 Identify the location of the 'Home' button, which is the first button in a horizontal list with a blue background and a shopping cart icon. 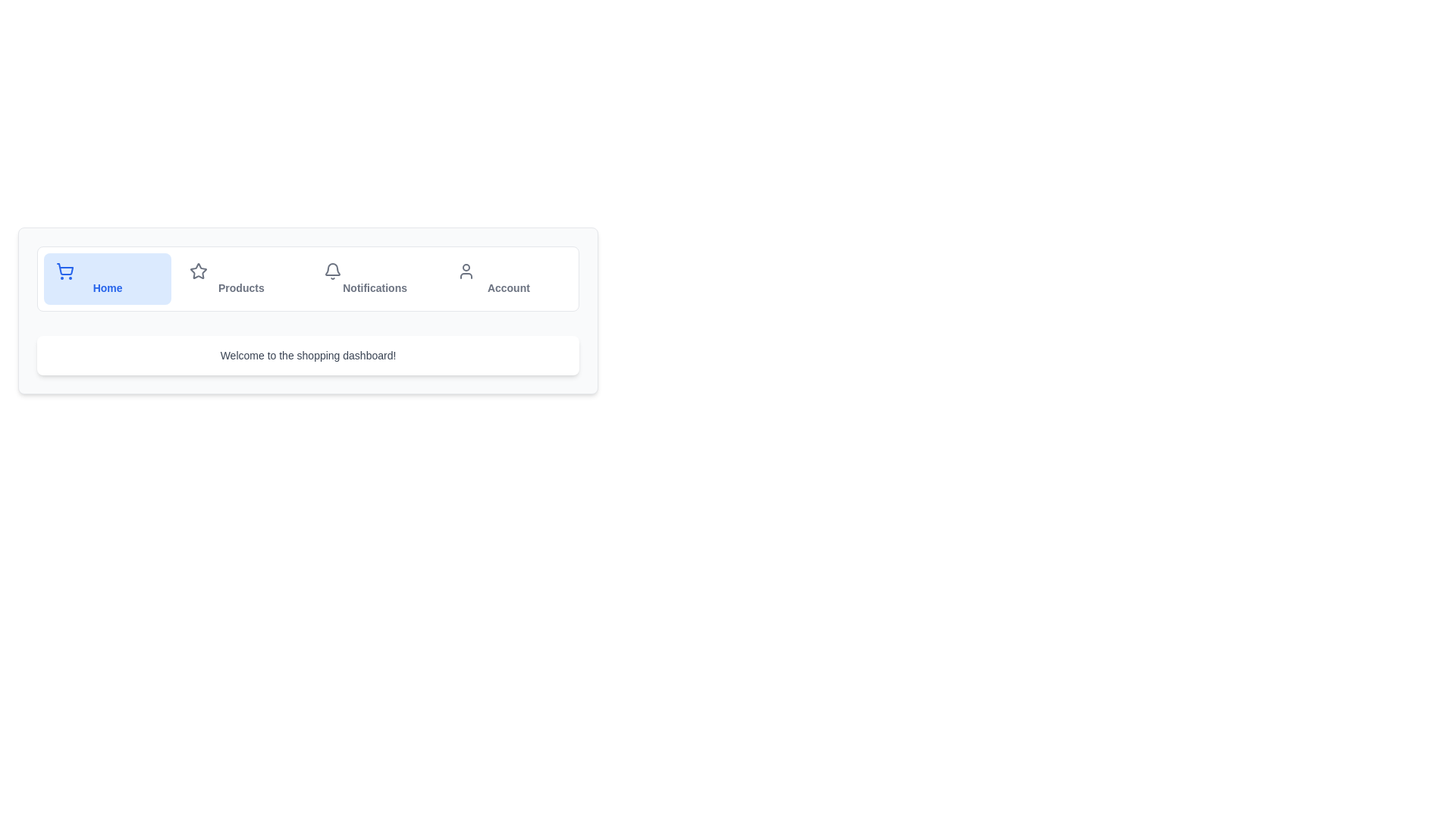
(107, 278).